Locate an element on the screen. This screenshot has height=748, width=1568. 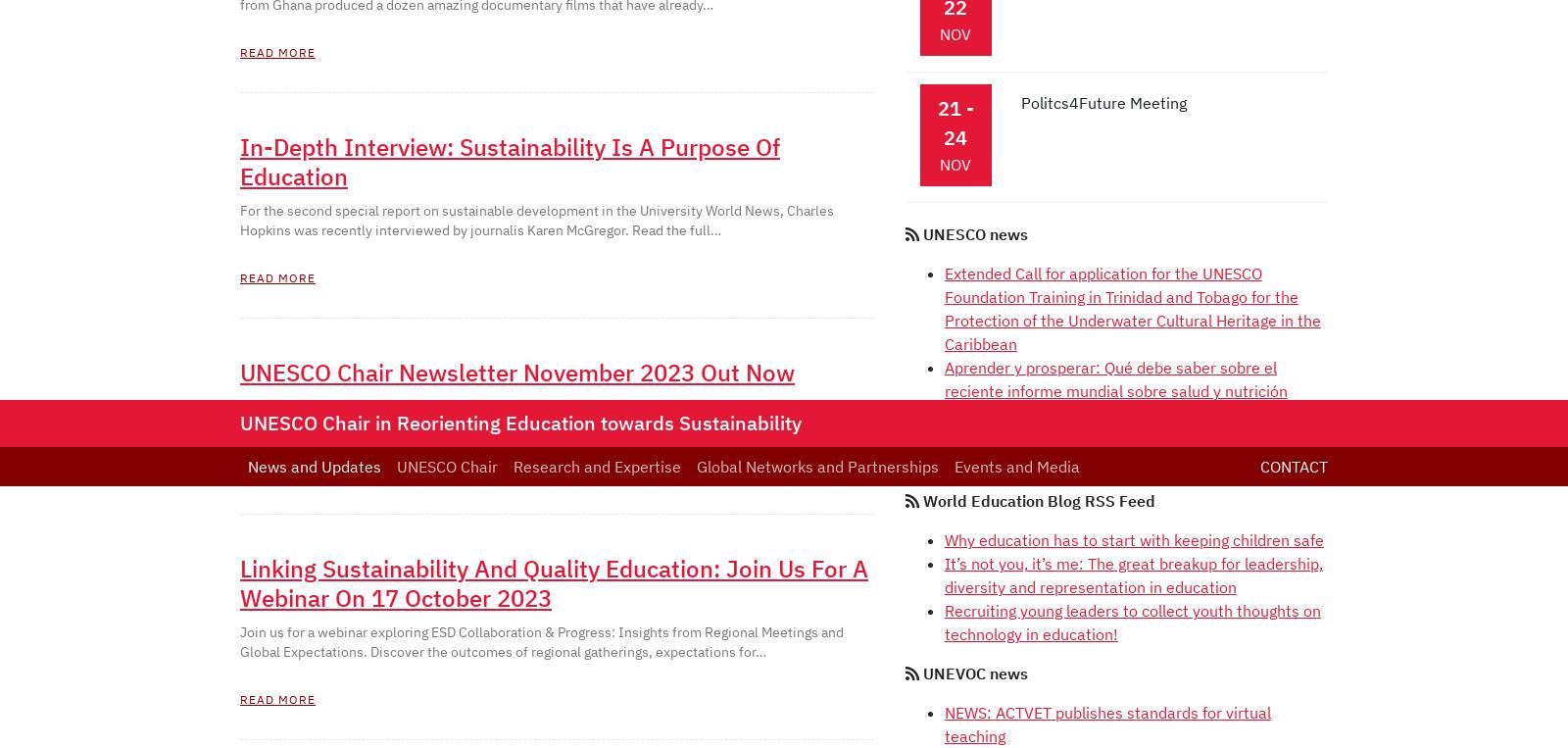
'3' is located at coordinates (333, 28).